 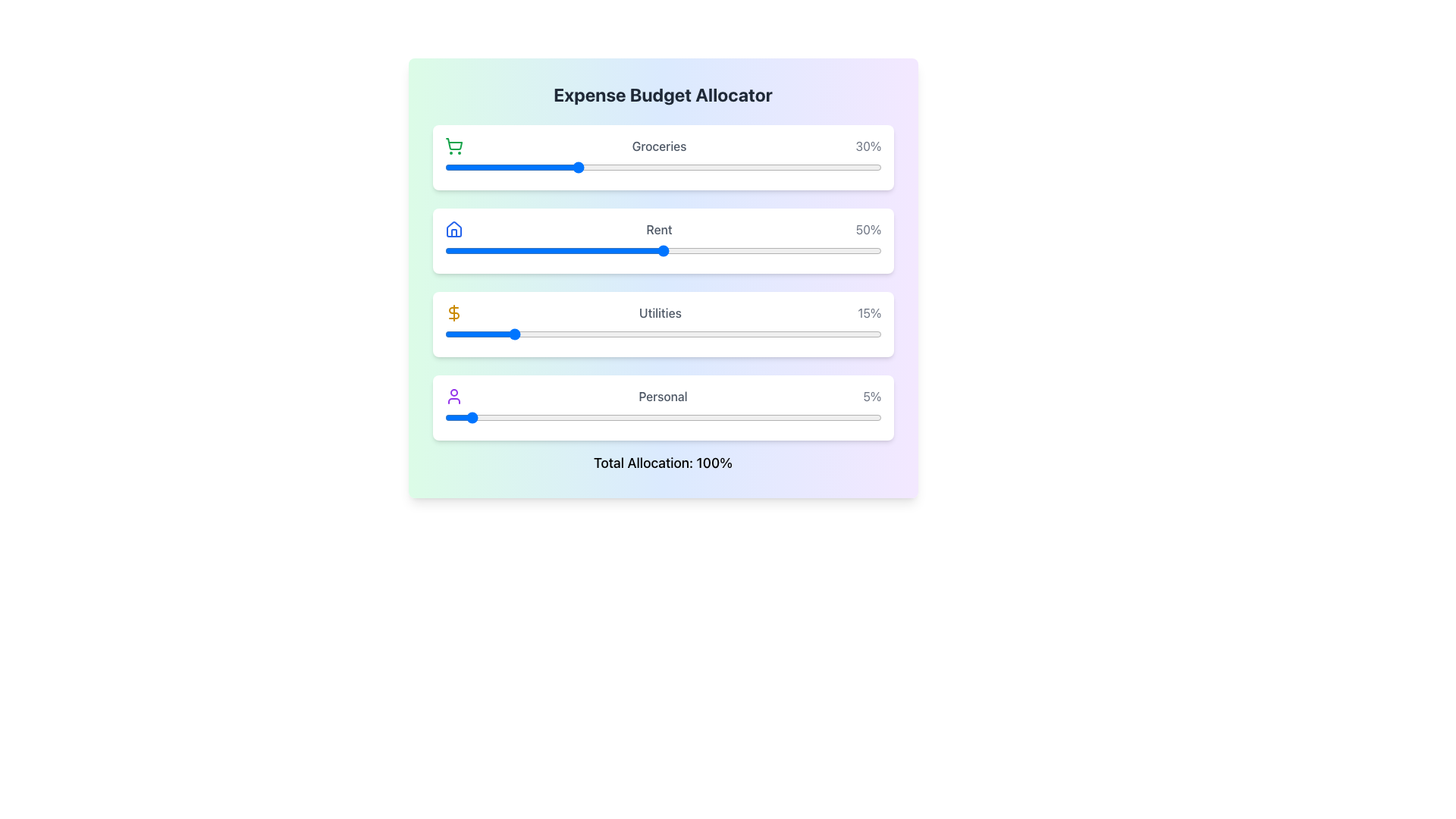 I want to click on text displayed on the Label indicating the percentage value (30%) for the 'Groceries' budget allocation, located at the top-right of the interface, so click(x=868, y=146).